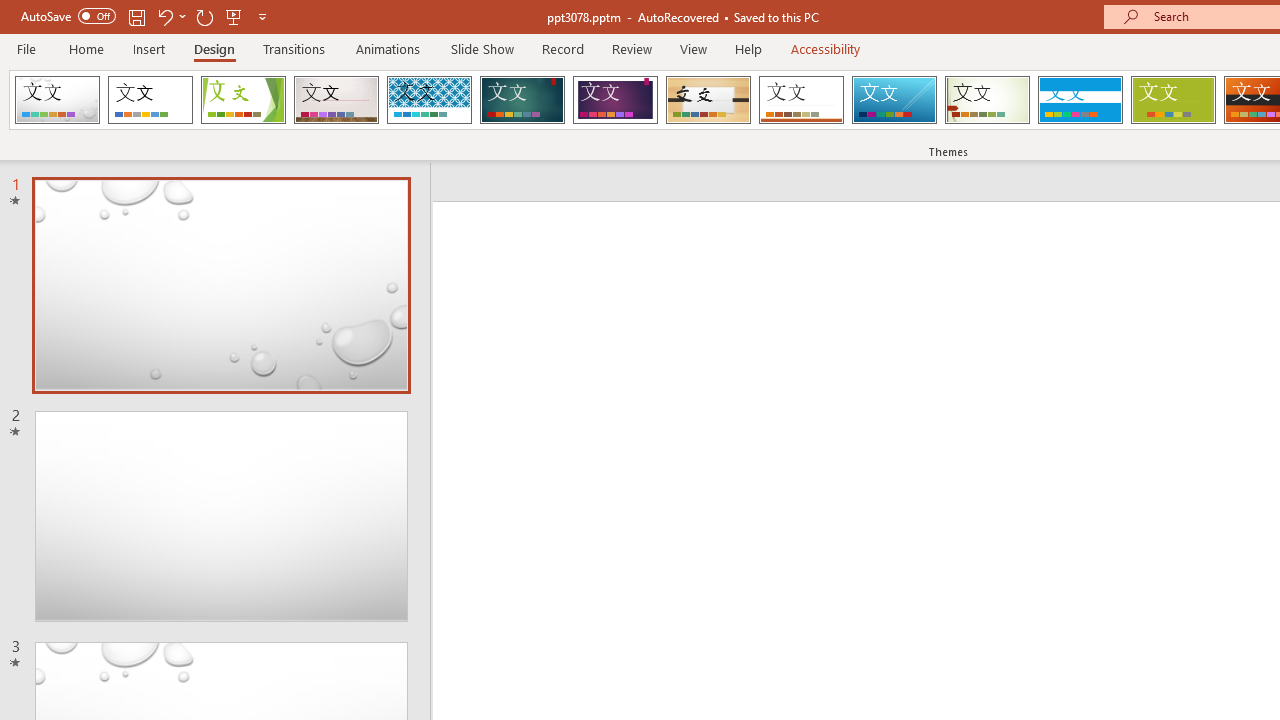 The width and height of the screenshot is (1280, 720). What do you see at coordinates (987, 100) in the screenshot?
I see `'Wisp'` at bounding box center [987, 100].